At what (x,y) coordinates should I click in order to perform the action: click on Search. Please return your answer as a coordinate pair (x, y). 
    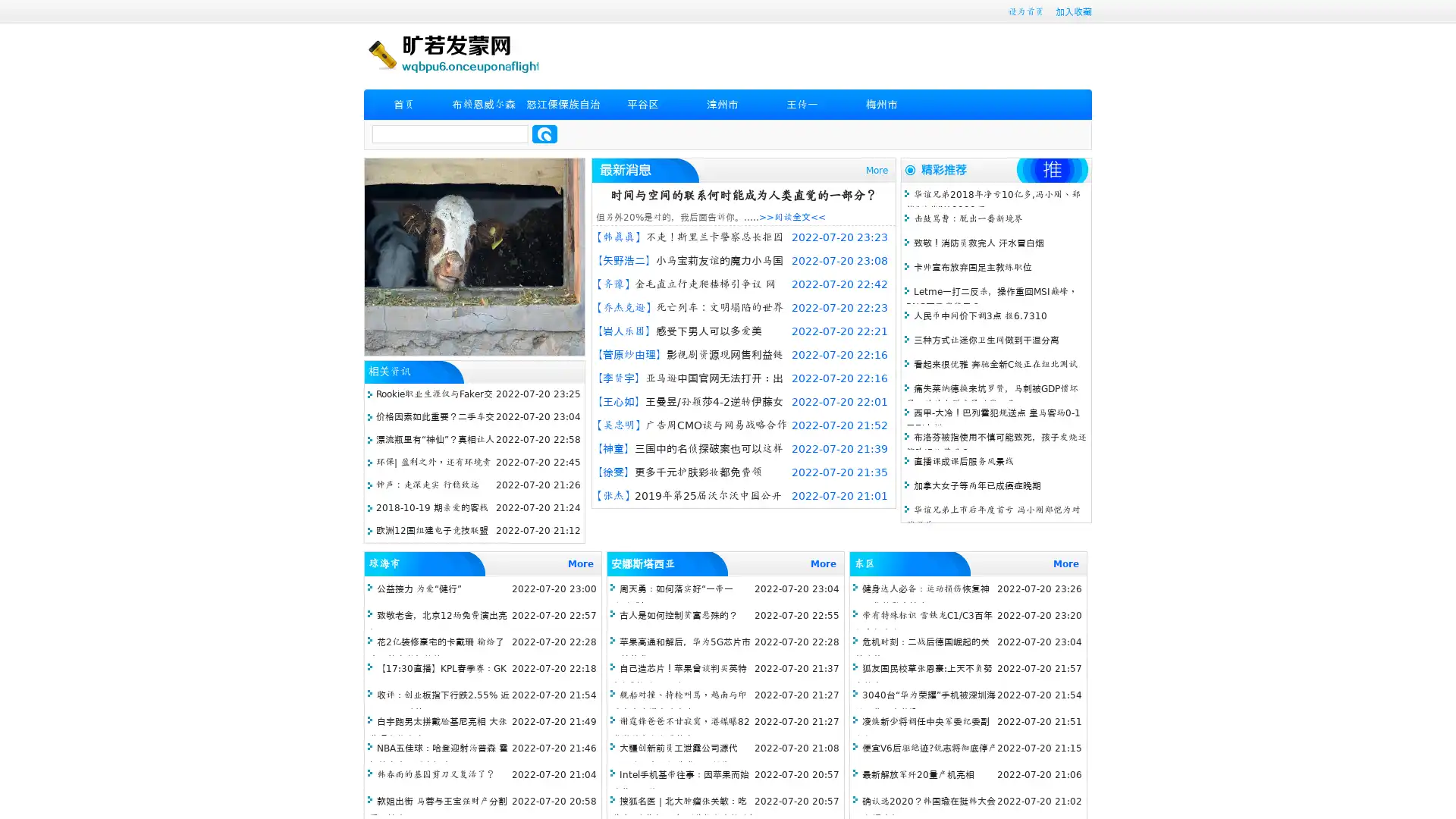
    Looking at the image, I should click on (544, 133).